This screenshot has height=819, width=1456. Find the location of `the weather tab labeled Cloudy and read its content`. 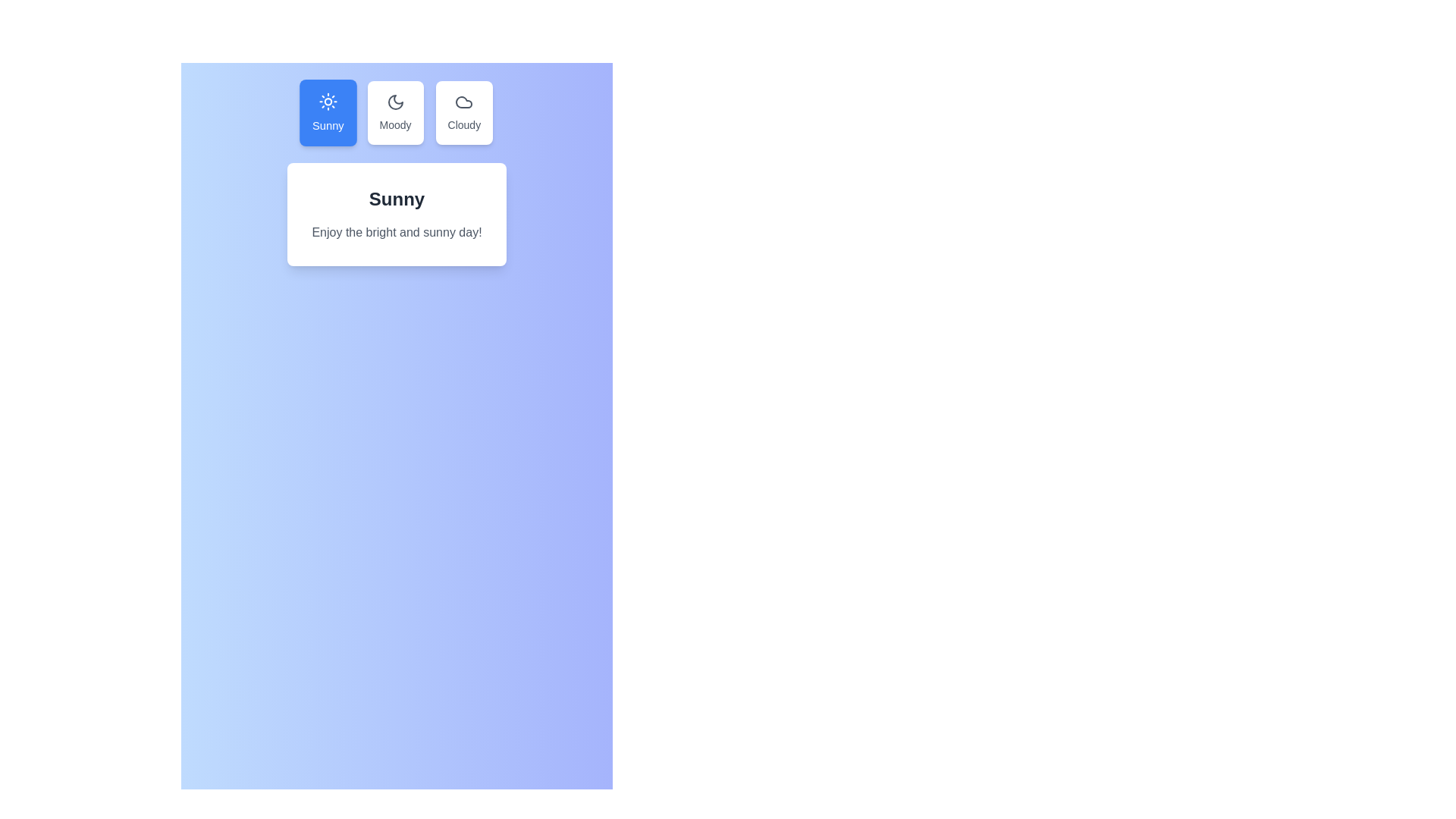

the weather tab labeled Cloudy and read its content is located at coordinates (463, 112).